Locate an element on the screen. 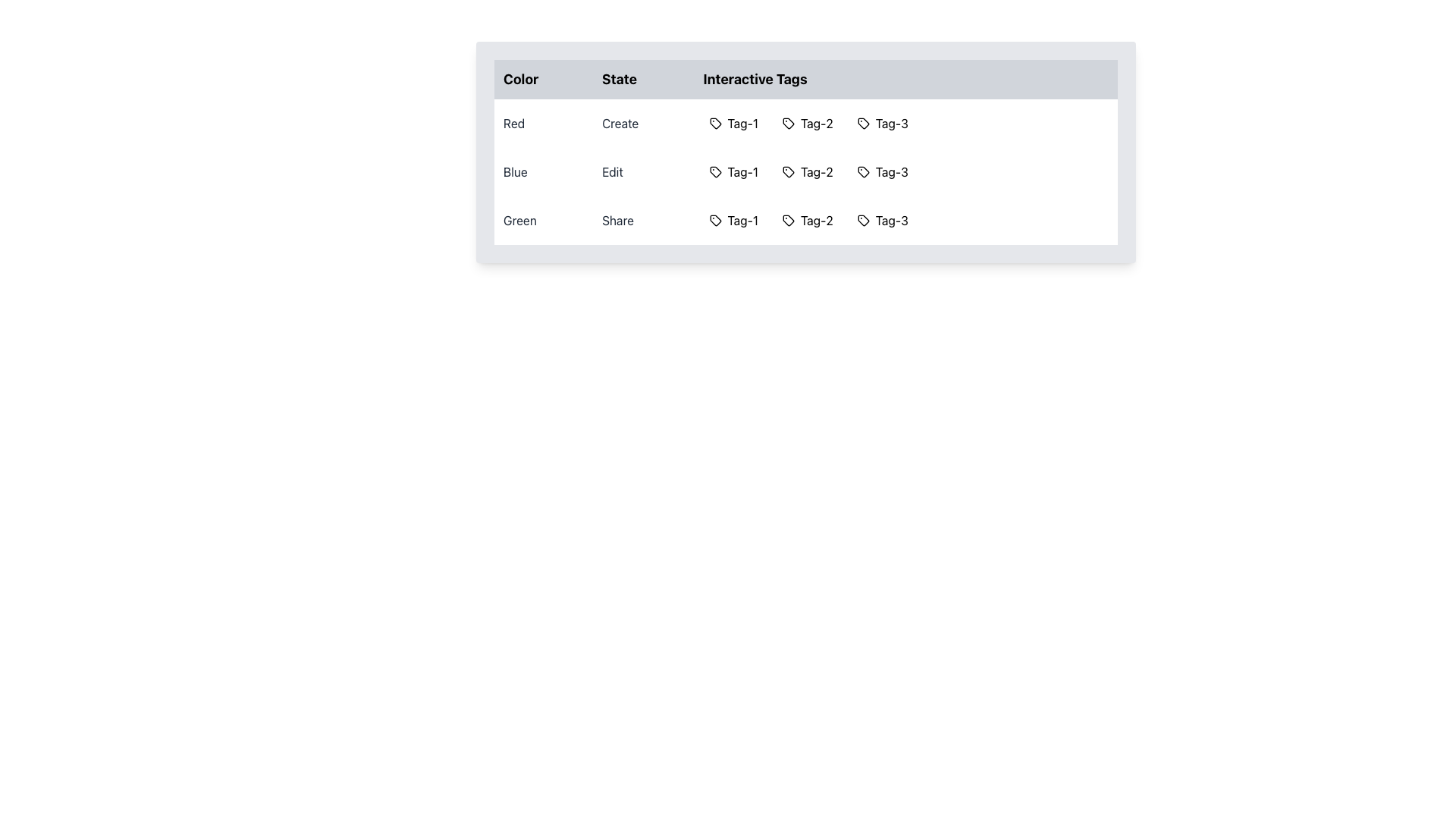  the Table Header Row, which contains the columns labeled 'Color,' 'State,' and 'Interactive Tags' in bold text on a light gray background at the top of the table is located at coordinates (805, 79).